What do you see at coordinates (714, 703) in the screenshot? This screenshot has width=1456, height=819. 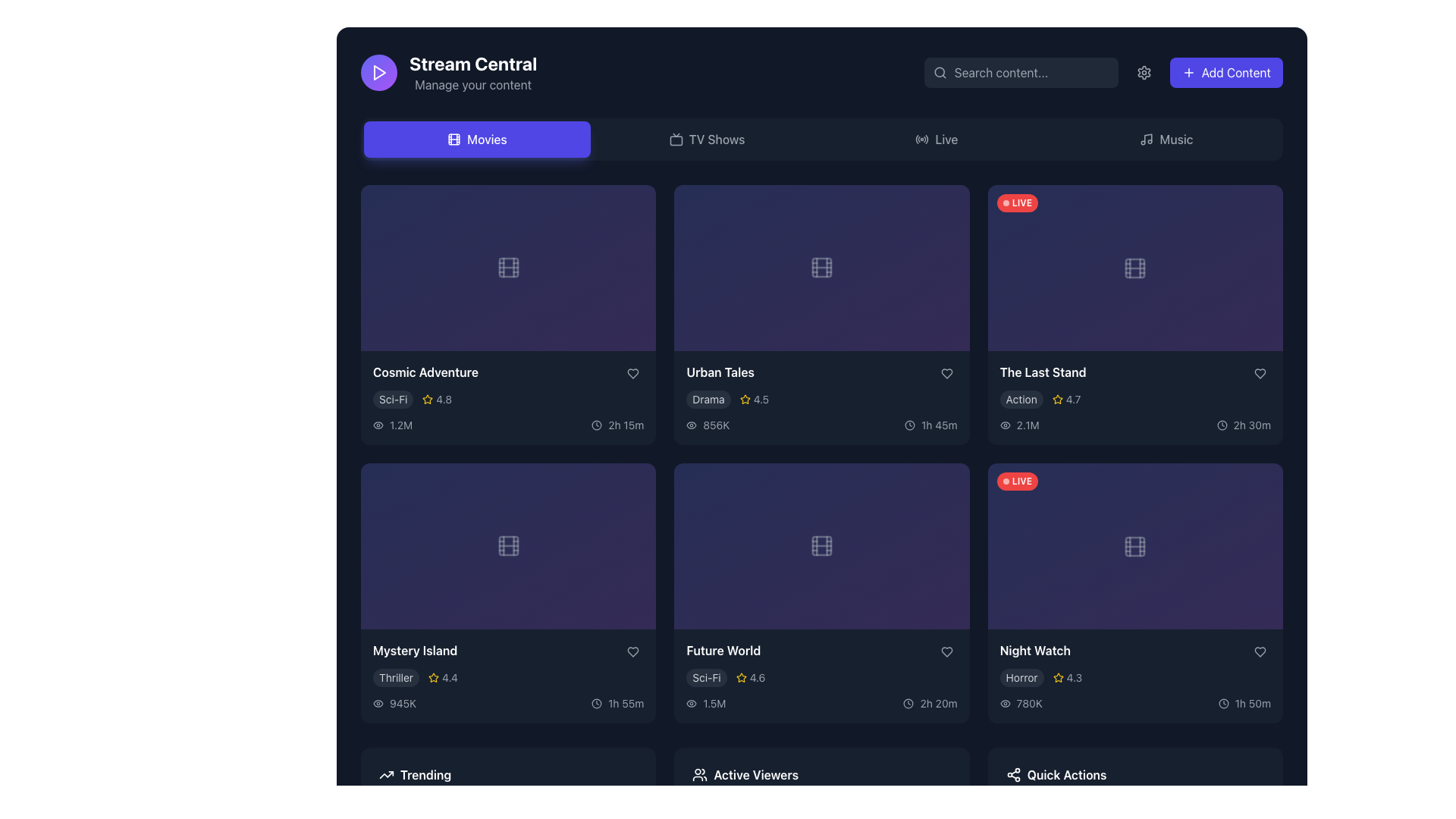 I see `the text of the informational label displaying the number of views for the 'Future World' media card, located under the card in the viewer statistics section` at bounding box center [714, 703].